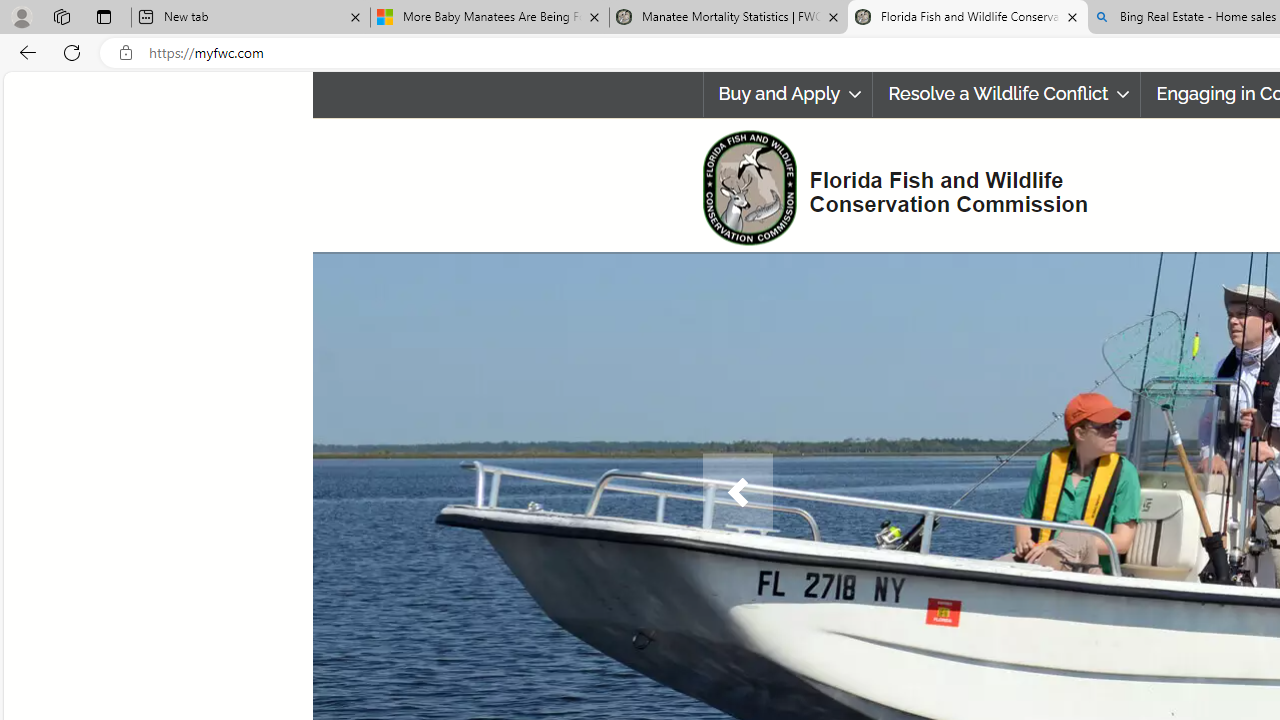  I want to click on 'Close tab', so click(1071, 17).